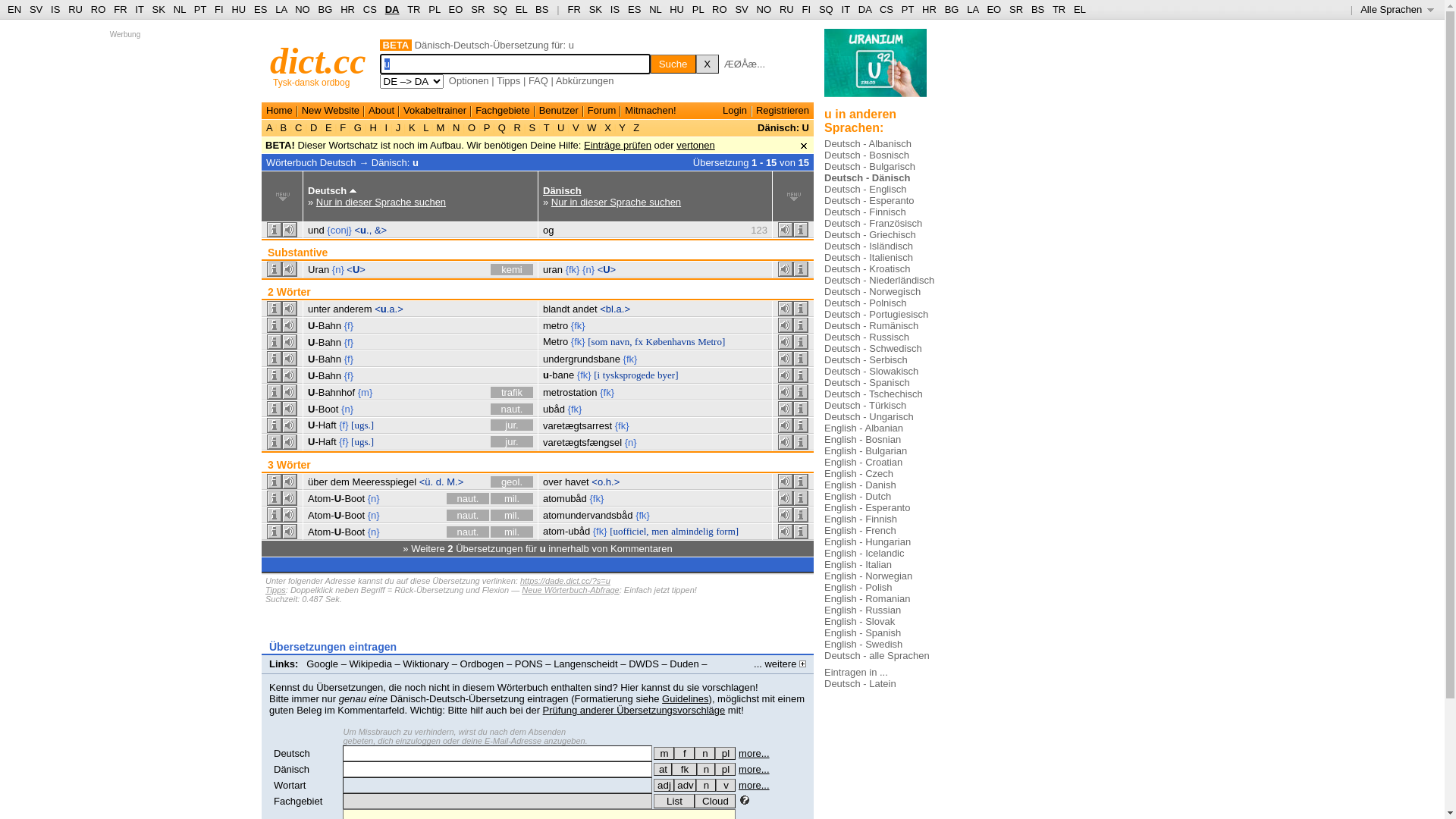  What do you see at coordinates (446, 482) in the screenshot?
I see `'M.>'` at bounding box center [446, 482].